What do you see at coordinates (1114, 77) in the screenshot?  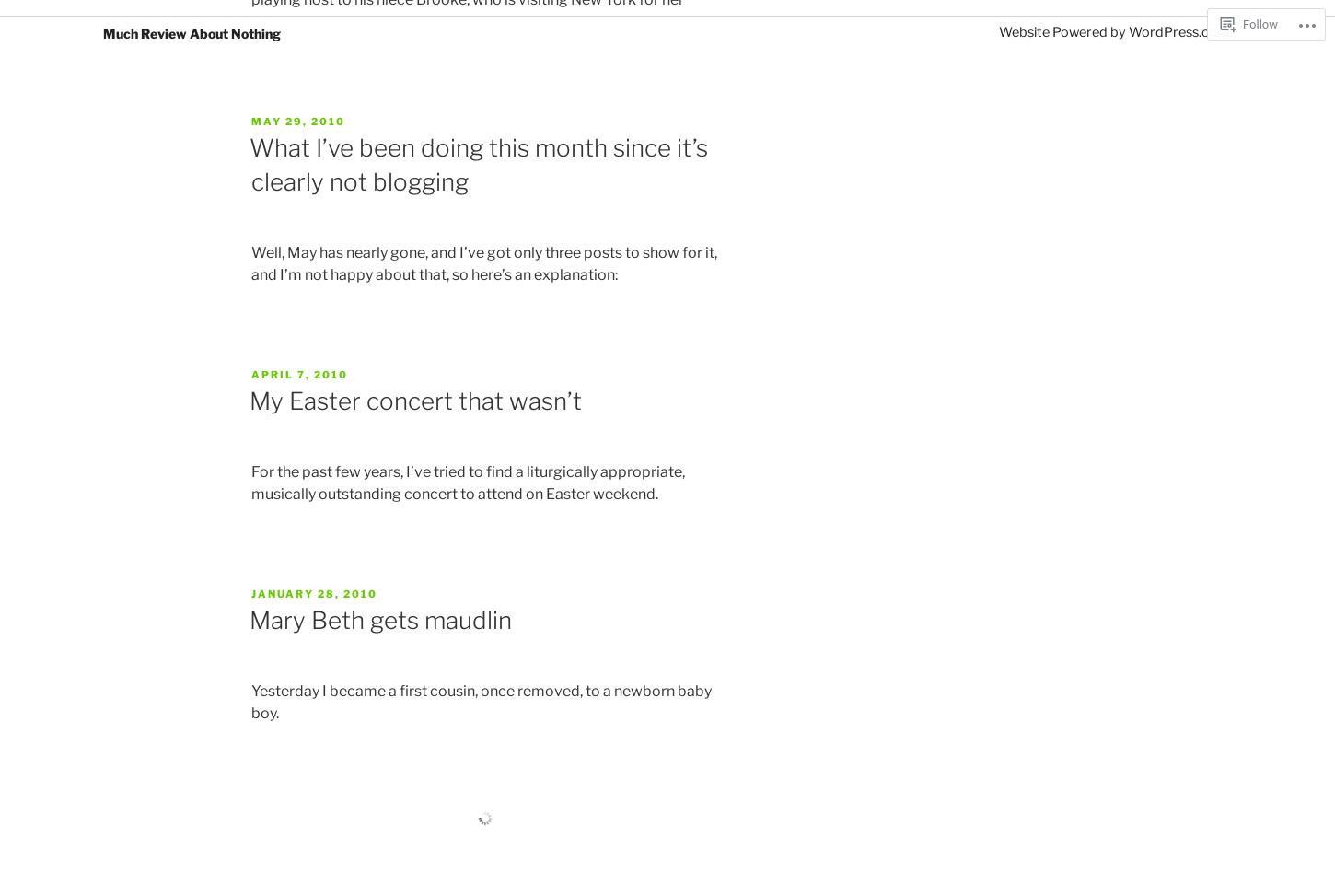 I see `'Website Powered by WordPress.com'` at bounding box center [1114, 77].